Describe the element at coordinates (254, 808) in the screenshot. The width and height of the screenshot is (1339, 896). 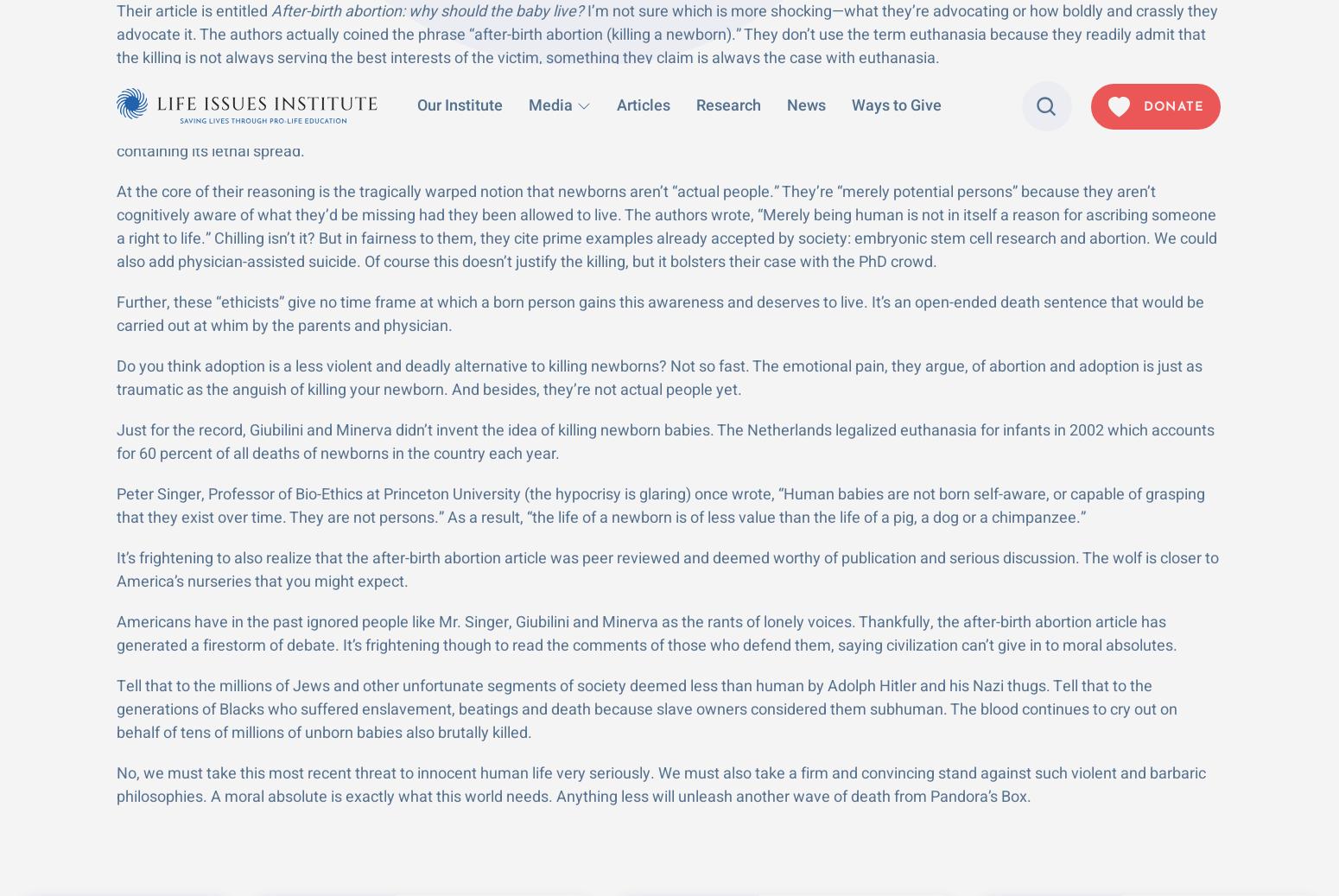
I see `'Life Issues Institute'` at that location.